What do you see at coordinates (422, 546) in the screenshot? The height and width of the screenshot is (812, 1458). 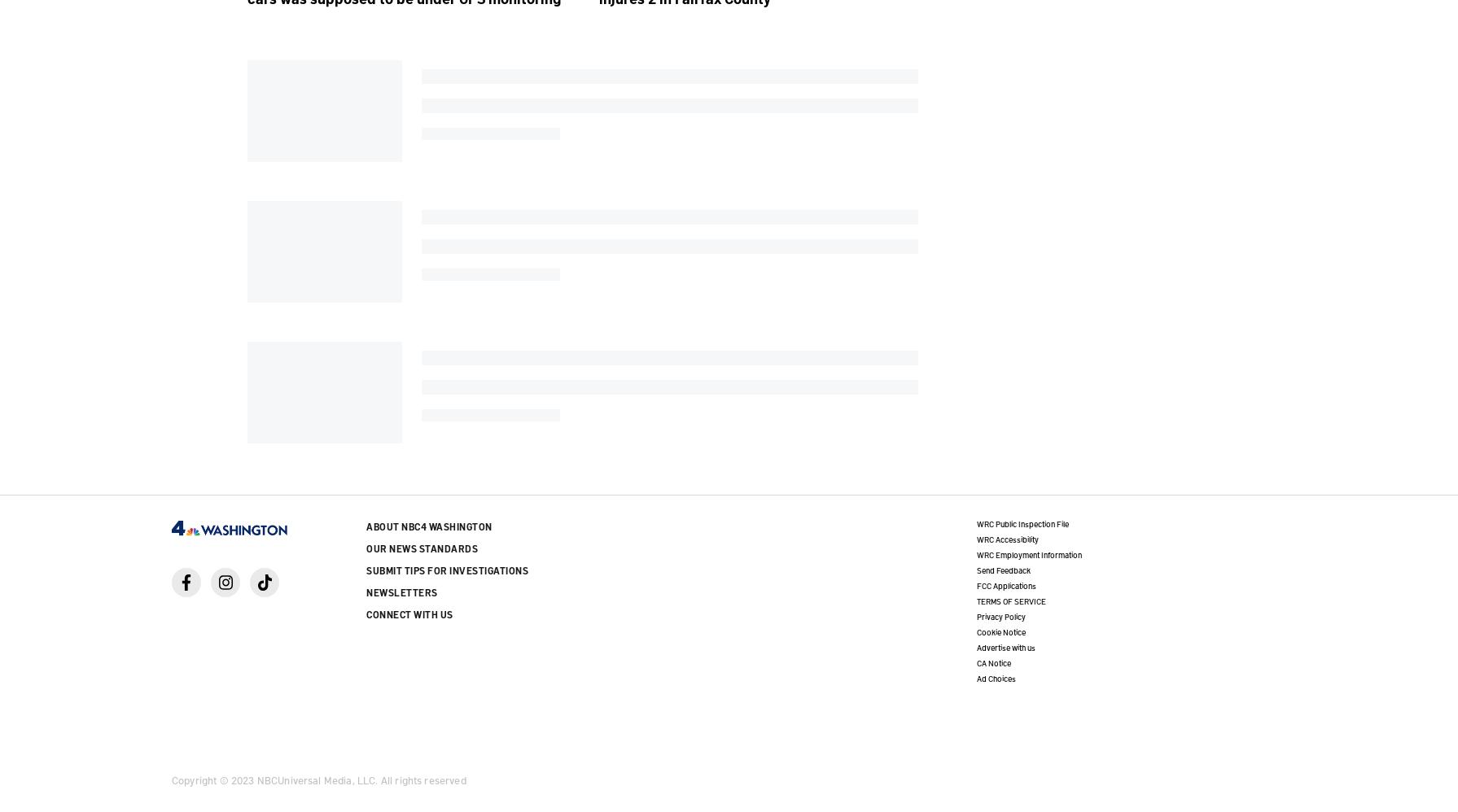 I see `'Our News Standards'` at bounding box center [422, 546].